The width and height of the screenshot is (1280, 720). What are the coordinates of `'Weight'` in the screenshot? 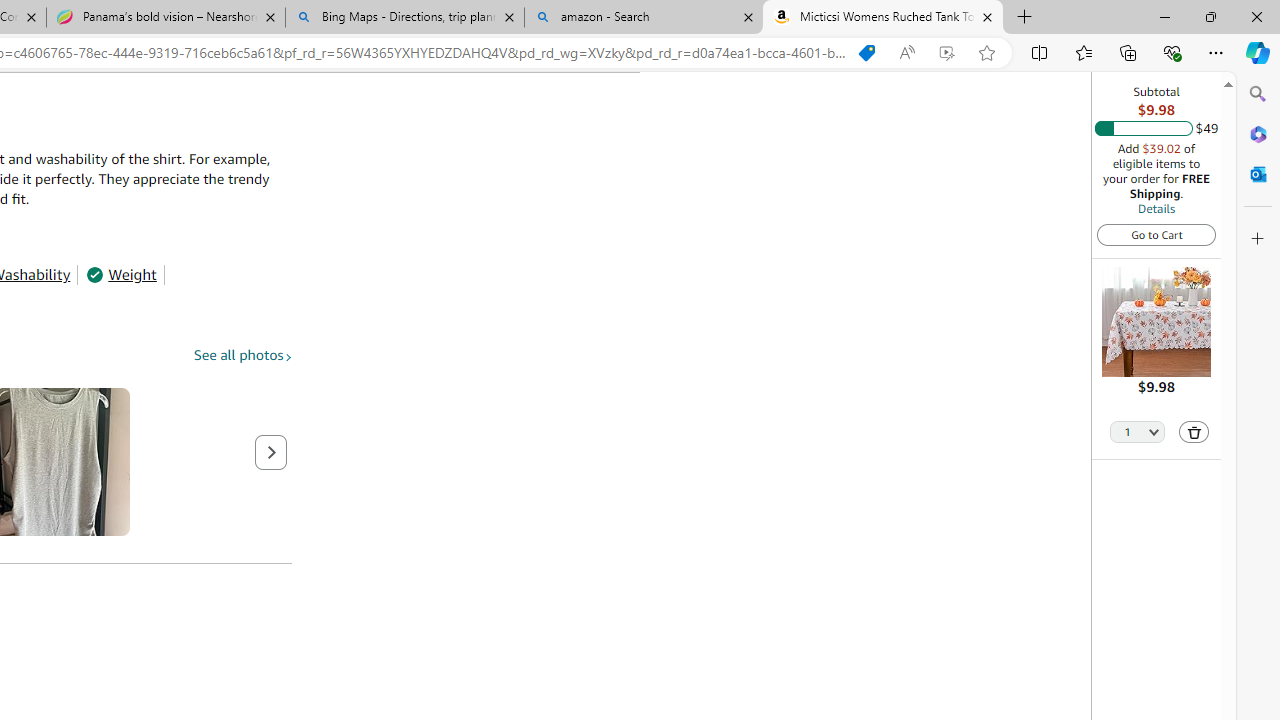 It's located at (120, 275).